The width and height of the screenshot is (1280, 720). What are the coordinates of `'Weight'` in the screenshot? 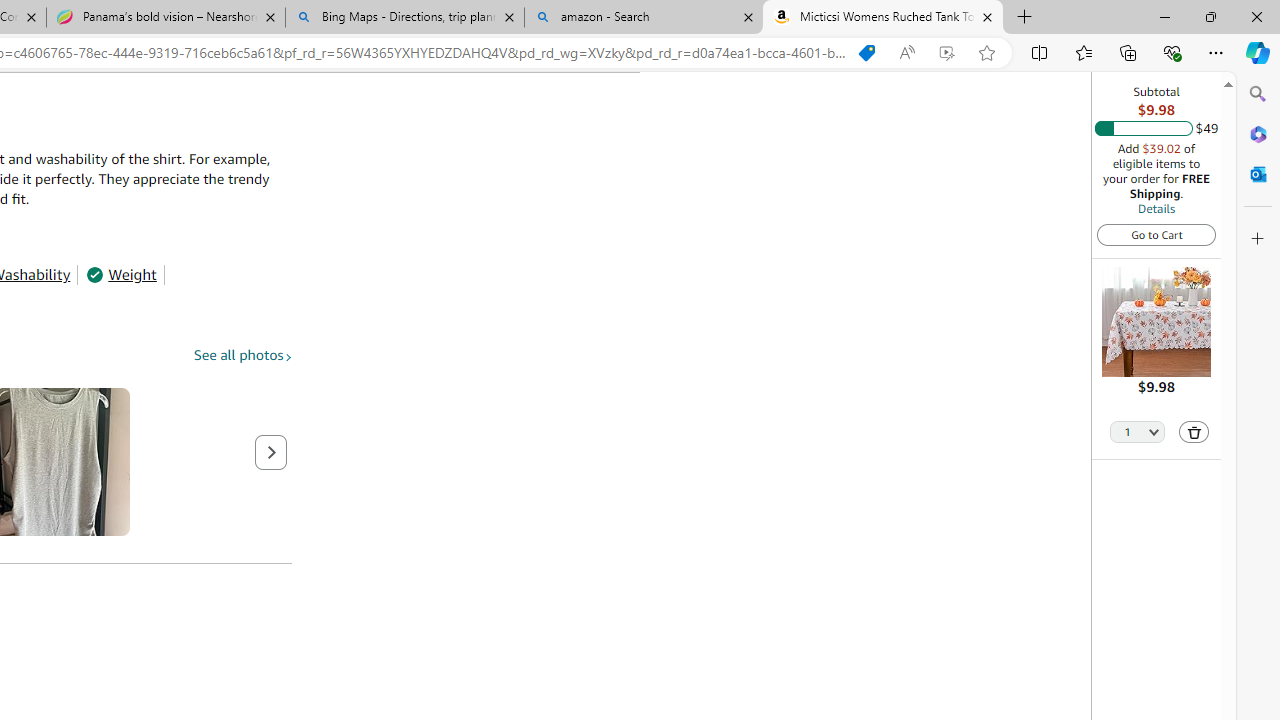 It's located at (120, 275).